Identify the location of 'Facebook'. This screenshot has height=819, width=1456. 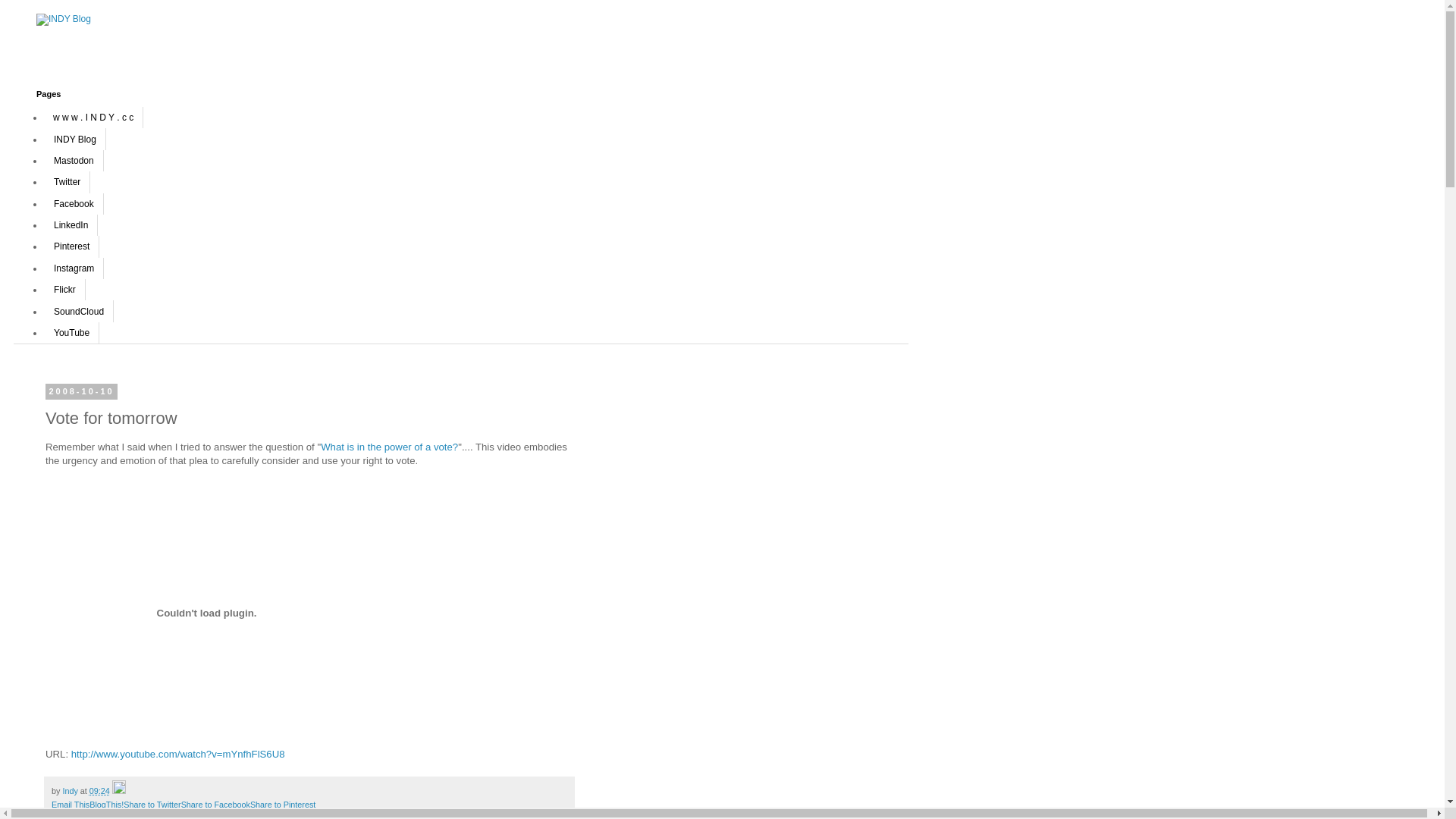
(73, 202).